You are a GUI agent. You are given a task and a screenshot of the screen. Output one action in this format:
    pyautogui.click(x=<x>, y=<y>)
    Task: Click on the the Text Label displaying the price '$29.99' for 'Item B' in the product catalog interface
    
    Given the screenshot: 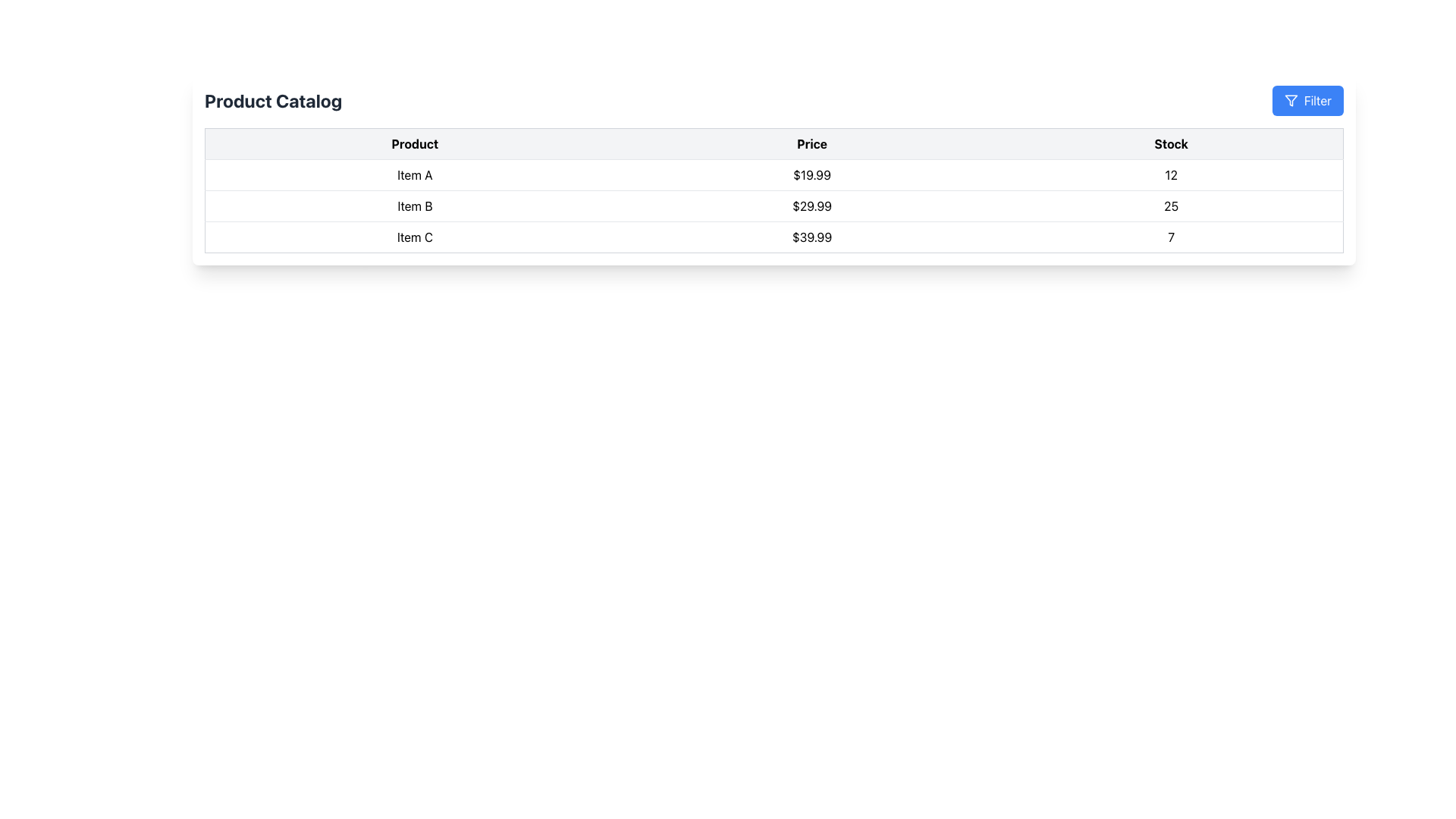 What is the action you would take?
    pyautogui.click(x=811, y=206)
    